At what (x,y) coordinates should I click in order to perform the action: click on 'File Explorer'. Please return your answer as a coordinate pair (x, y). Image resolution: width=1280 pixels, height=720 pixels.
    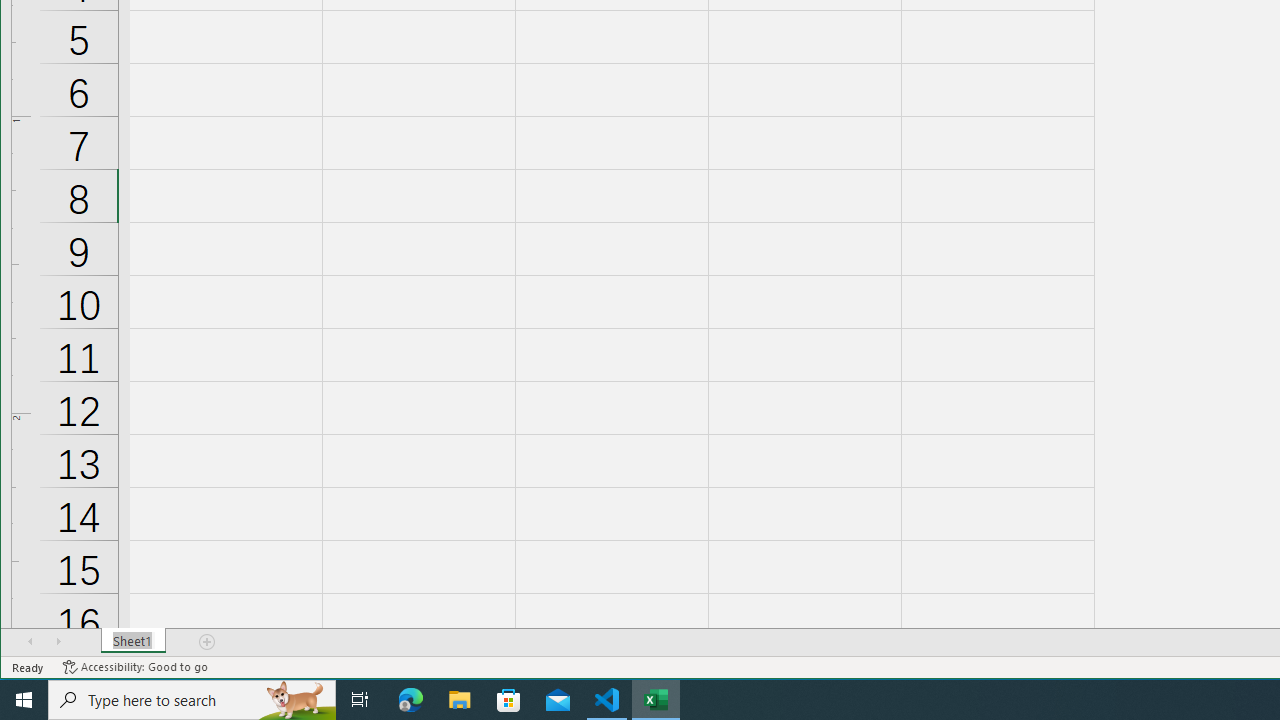
    Looking at the image, I should click on (459, 698).